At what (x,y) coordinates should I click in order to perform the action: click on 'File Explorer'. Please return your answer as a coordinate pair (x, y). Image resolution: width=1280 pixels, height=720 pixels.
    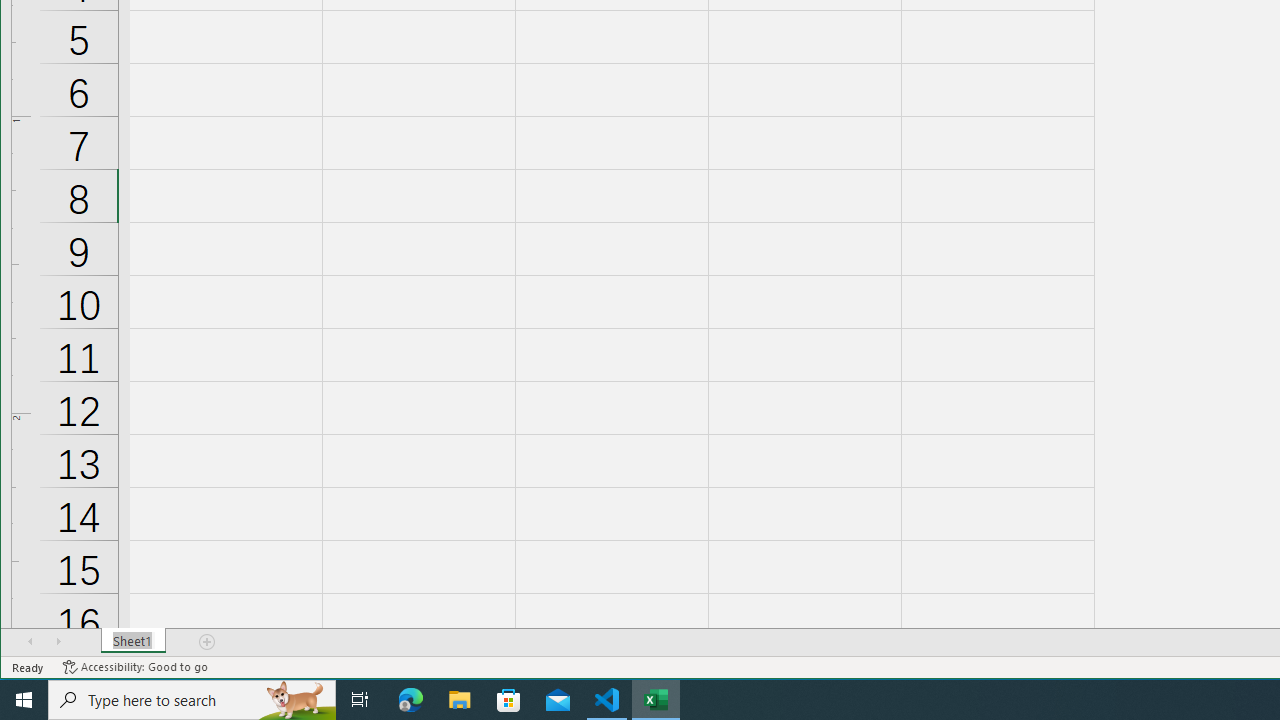
    Looking at the image, I should click on (459, 698).